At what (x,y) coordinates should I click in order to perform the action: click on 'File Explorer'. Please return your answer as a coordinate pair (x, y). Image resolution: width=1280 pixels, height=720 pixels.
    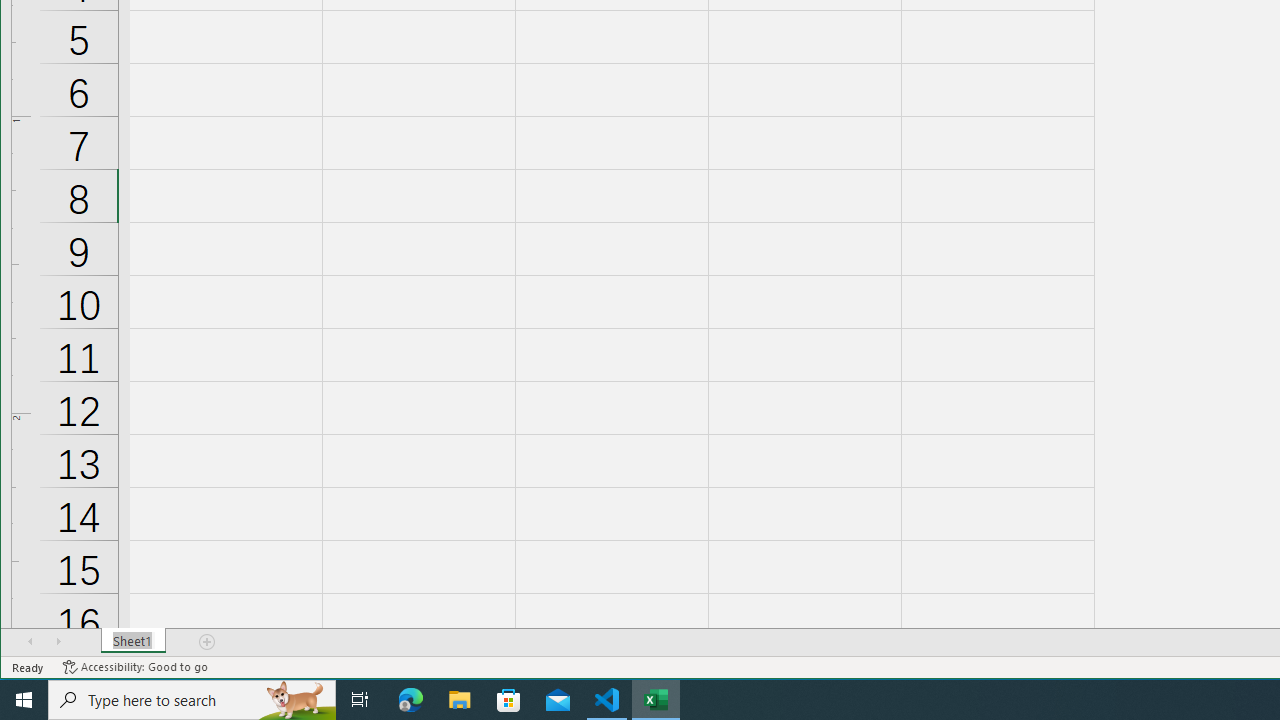
    Looking at the image, I should click on (459, 698).